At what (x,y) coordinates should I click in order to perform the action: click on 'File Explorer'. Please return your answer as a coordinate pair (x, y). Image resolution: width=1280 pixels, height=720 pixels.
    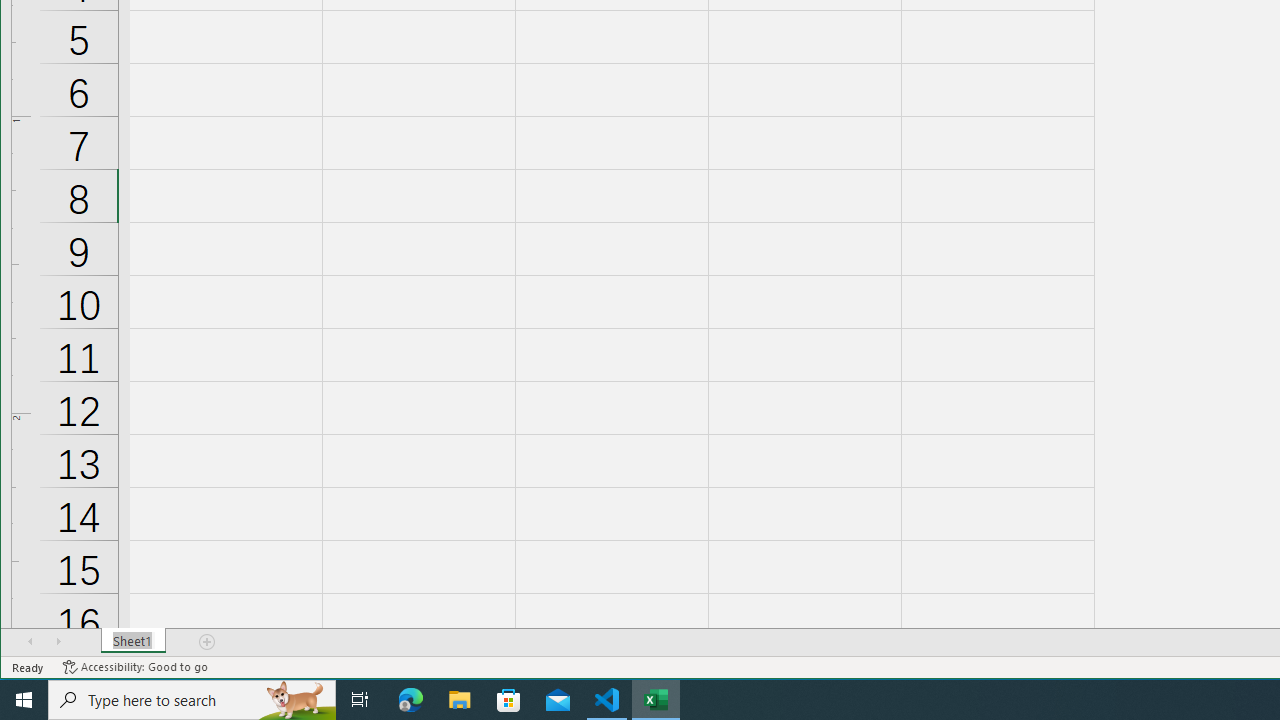
    Looking at the image, I should click on (459, 698).